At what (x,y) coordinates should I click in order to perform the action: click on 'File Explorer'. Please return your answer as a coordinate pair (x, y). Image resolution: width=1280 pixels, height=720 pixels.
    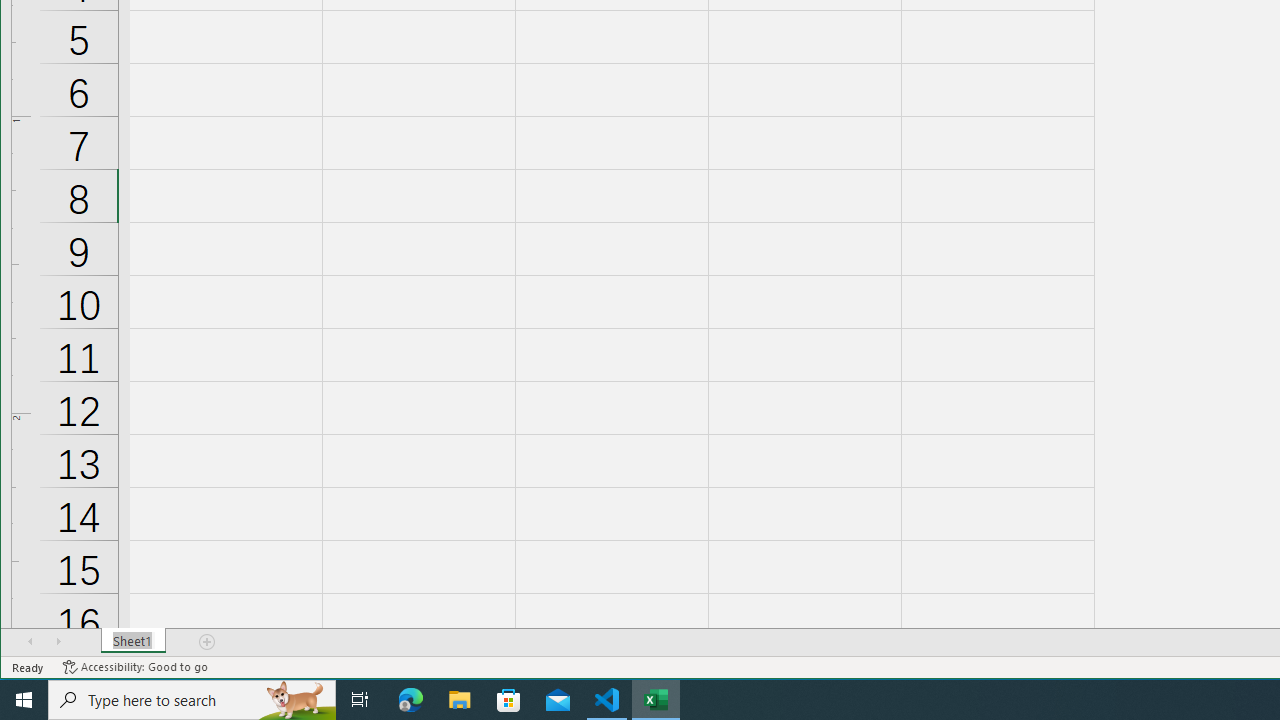
    Looking at the image, I should click on (459, 698).